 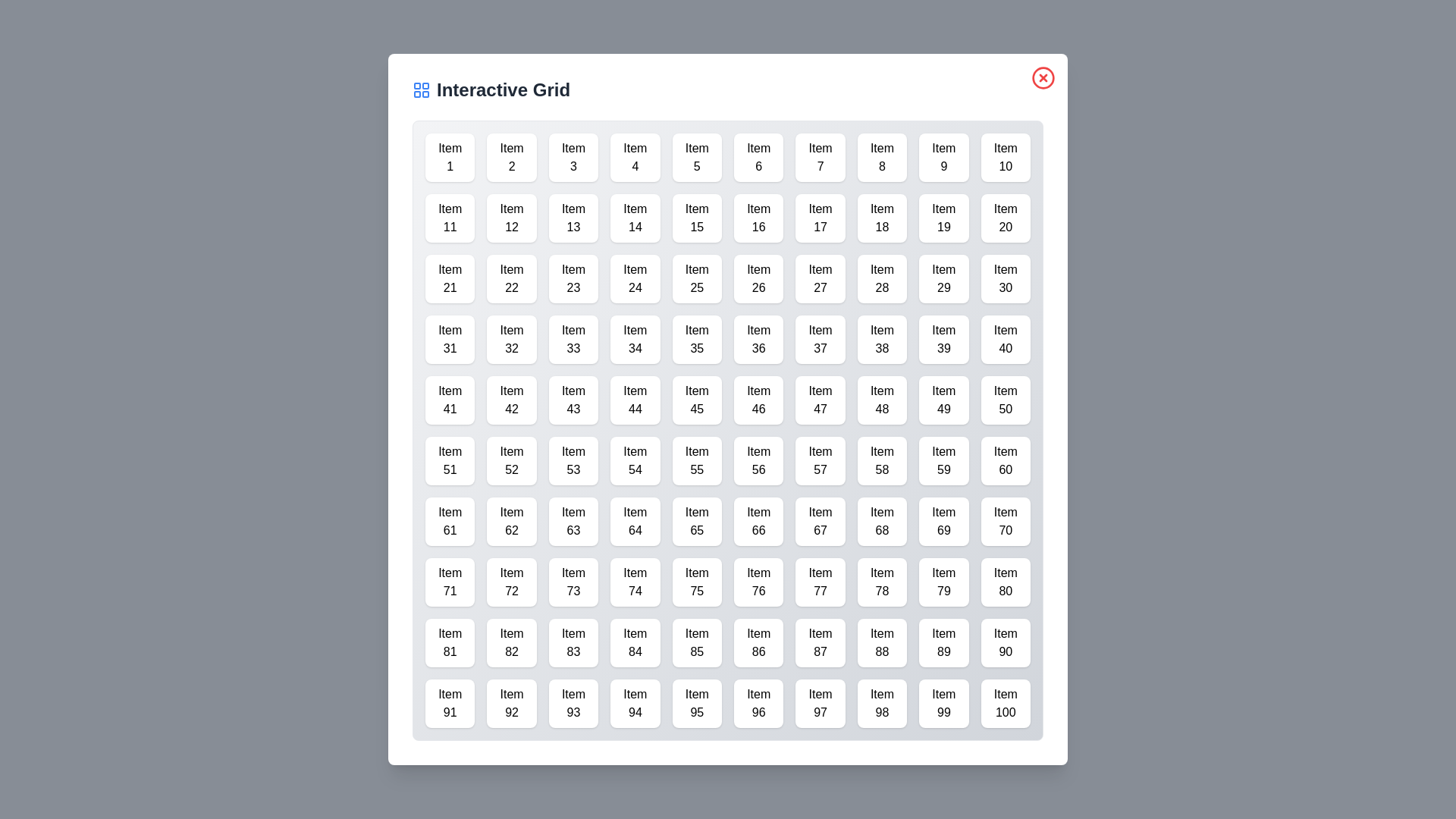 What do you see at coordinates (1043, 78) in the screenshot?
I see `the close button in the top-right corner of the dialog` at bounding box center [1043, 78].